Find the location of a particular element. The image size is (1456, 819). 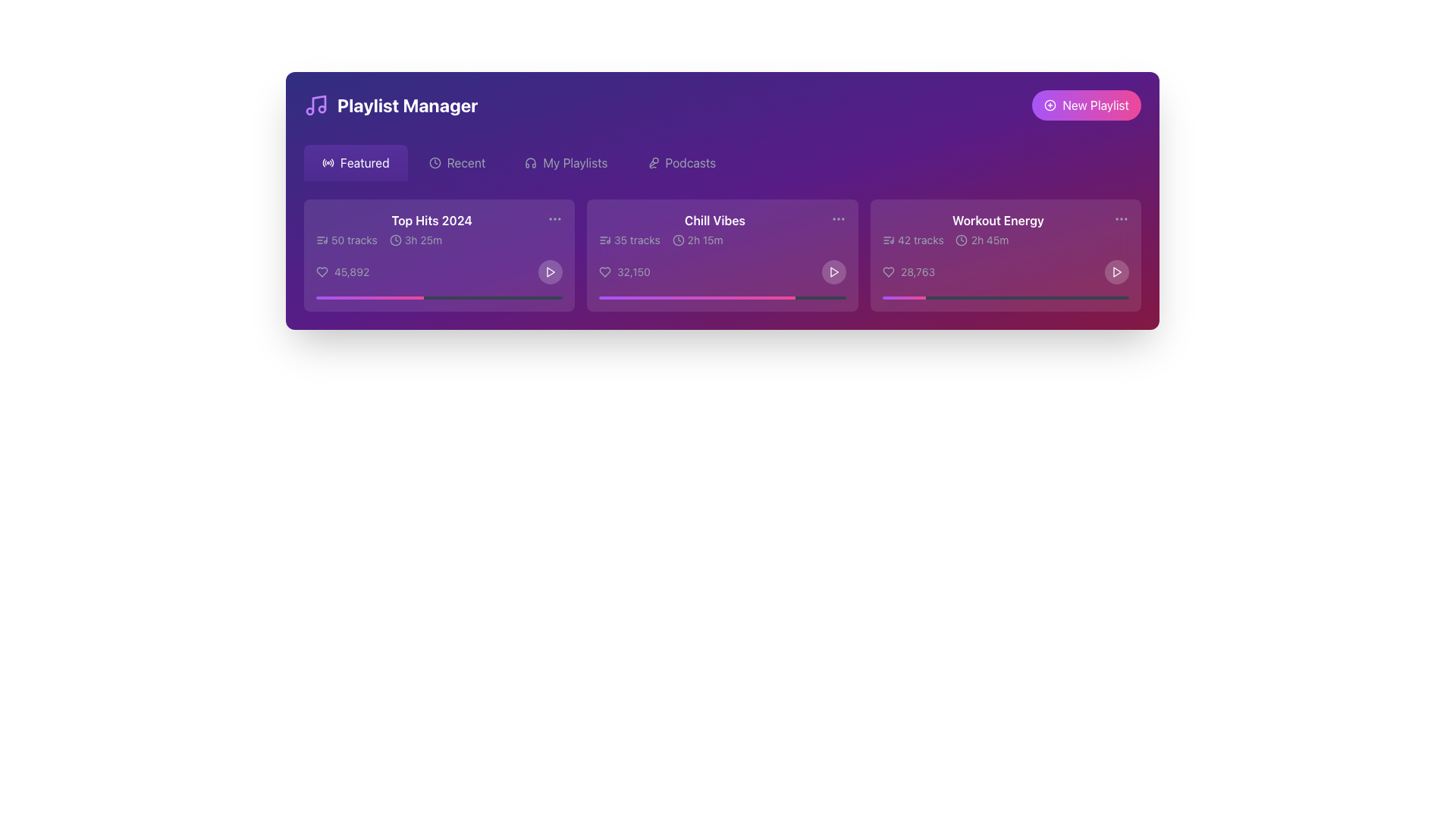

the play button located in the bottom-right corner of the 'Chill Vibes' card is located at coordinates (833, 271).